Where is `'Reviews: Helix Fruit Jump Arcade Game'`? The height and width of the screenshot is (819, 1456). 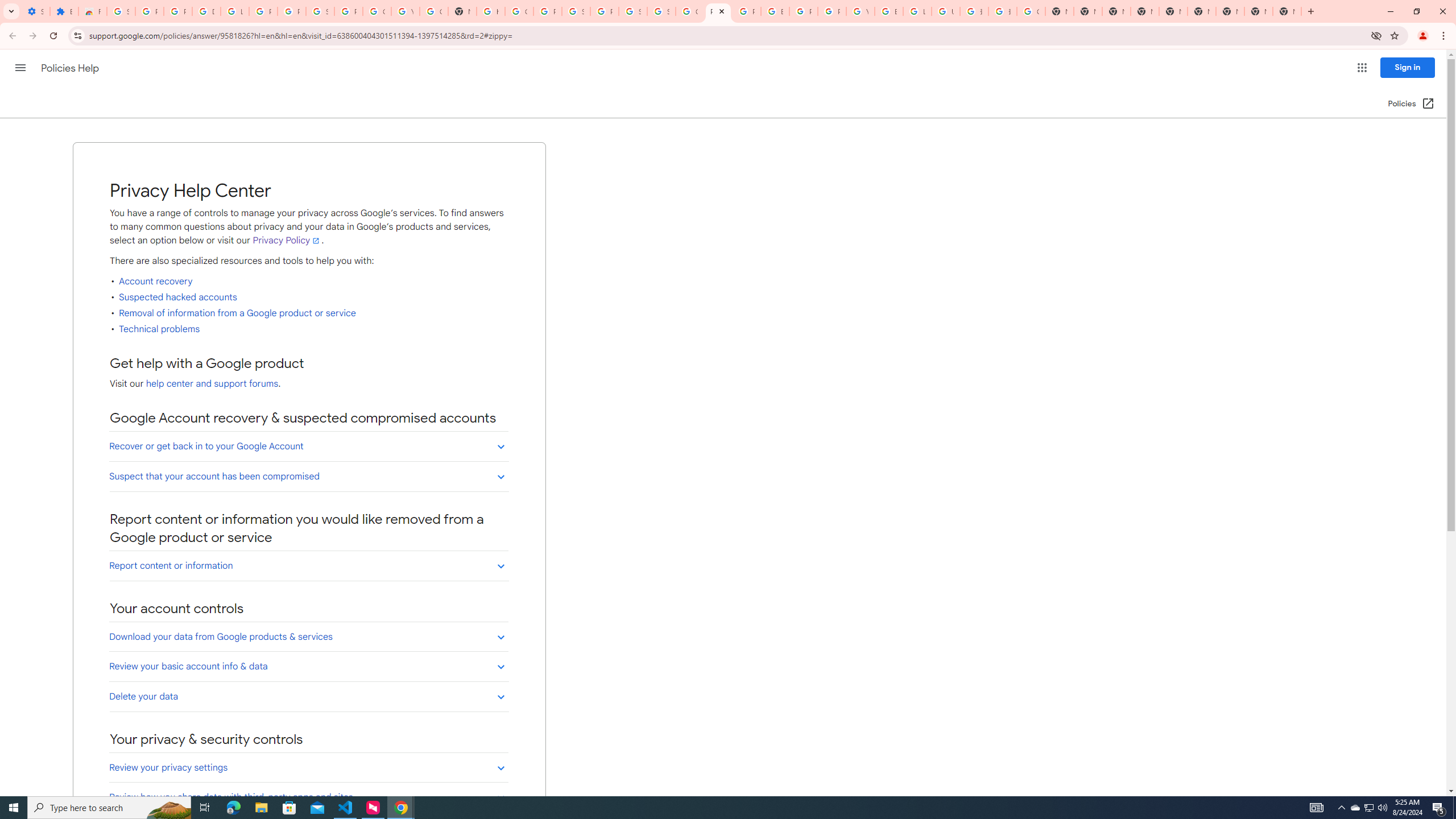
'Reviews: Helix Fruit Jump Arcade Game' is located at coordinates (92, 11).